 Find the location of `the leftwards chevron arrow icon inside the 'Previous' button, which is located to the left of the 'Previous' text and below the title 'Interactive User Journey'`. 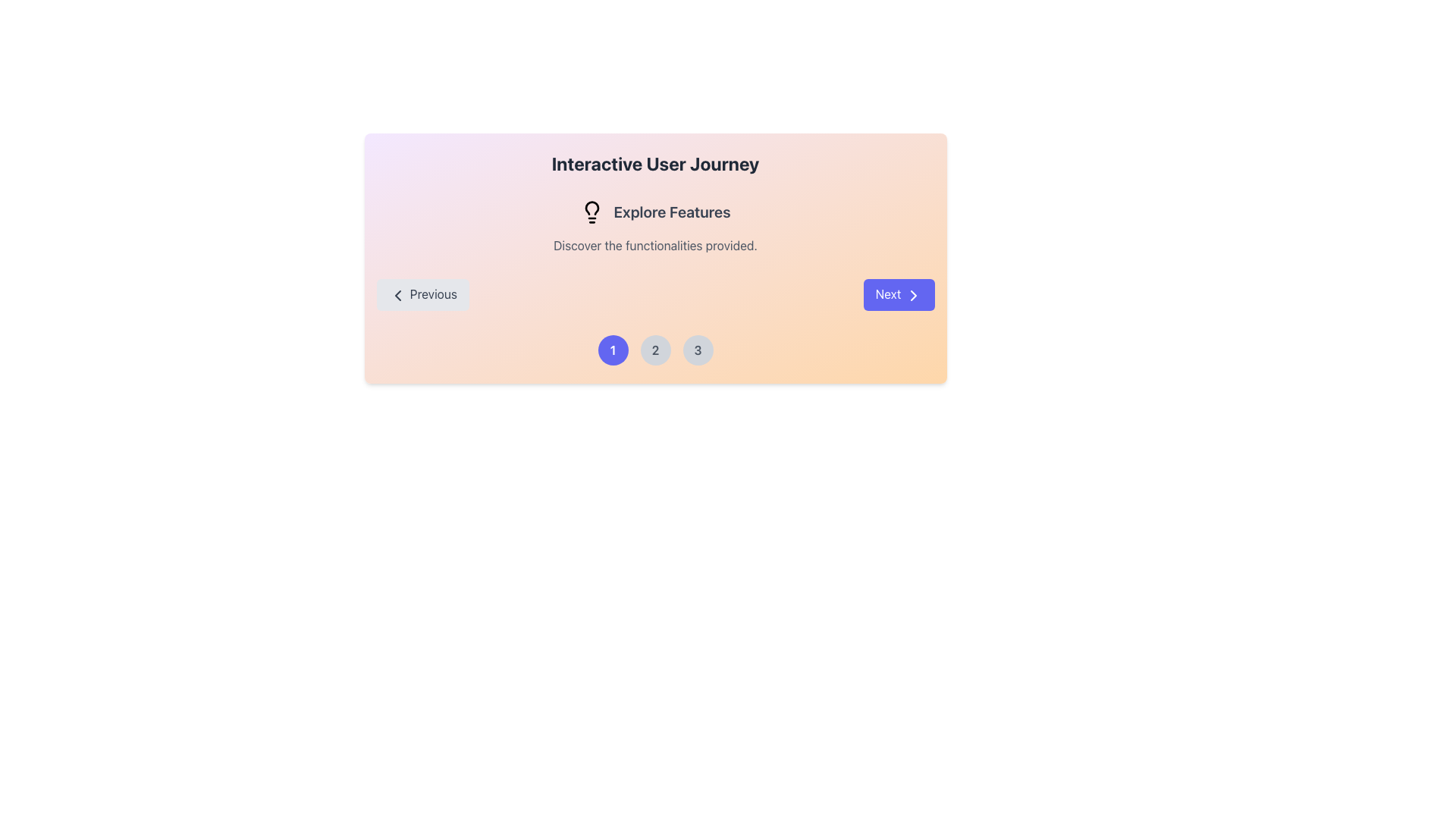

the leftwards chevron arrow icon inside the 'Previous' button, which is located to the left of the 'Previous' text and below the title 'Interactive User Journey' is located at coordinates (397, 295).